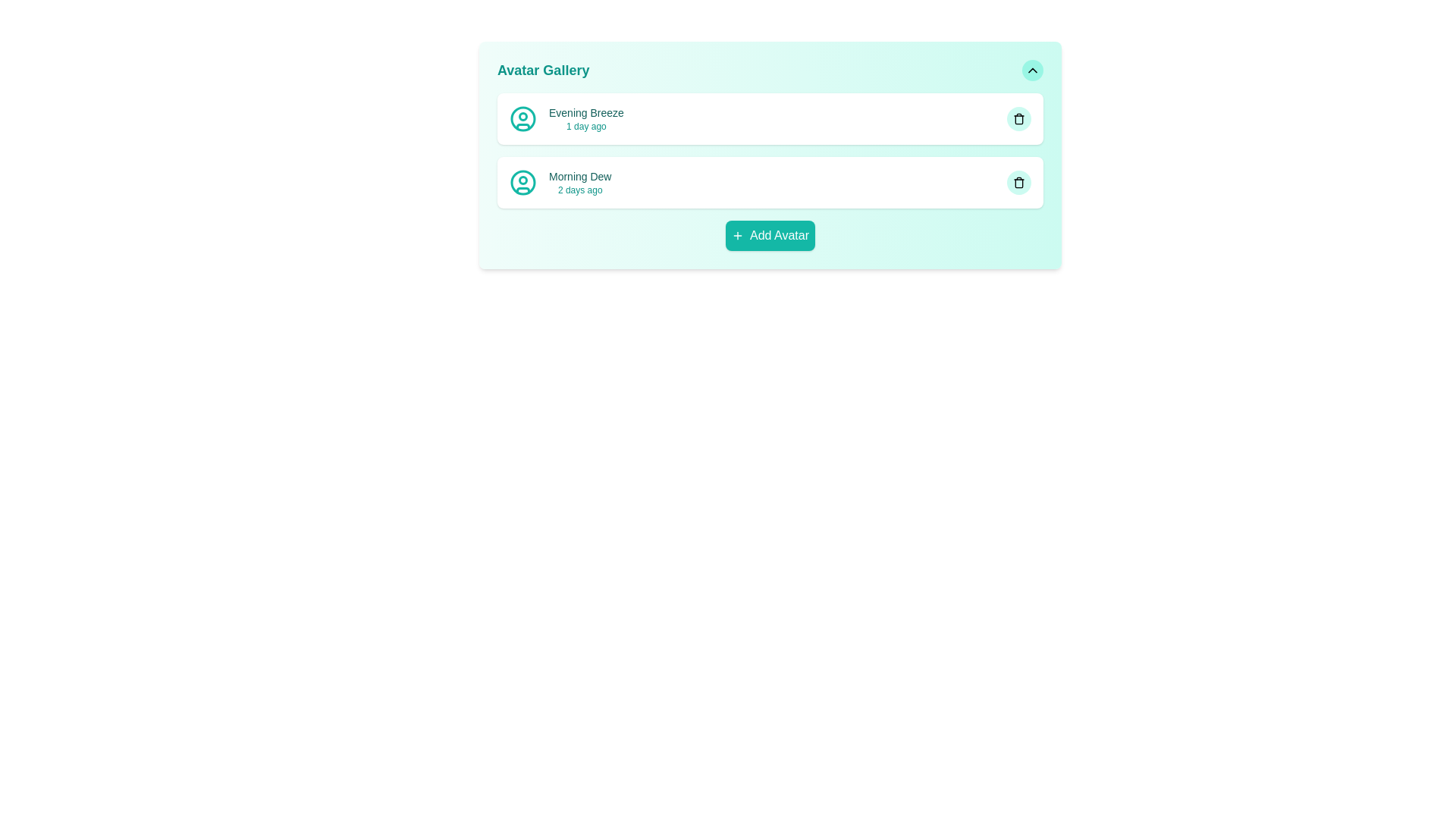 Image resolution: width=1456 pixels, height=819 pixels. What do you see at coordinates (523, 118) in the screenshot?
I see `the teal circular user profile silhouette icon located in the 'Avatar Gallery' section, associated with 'Evening Breeze 1 day ago'` at bounding box center [523, 118].